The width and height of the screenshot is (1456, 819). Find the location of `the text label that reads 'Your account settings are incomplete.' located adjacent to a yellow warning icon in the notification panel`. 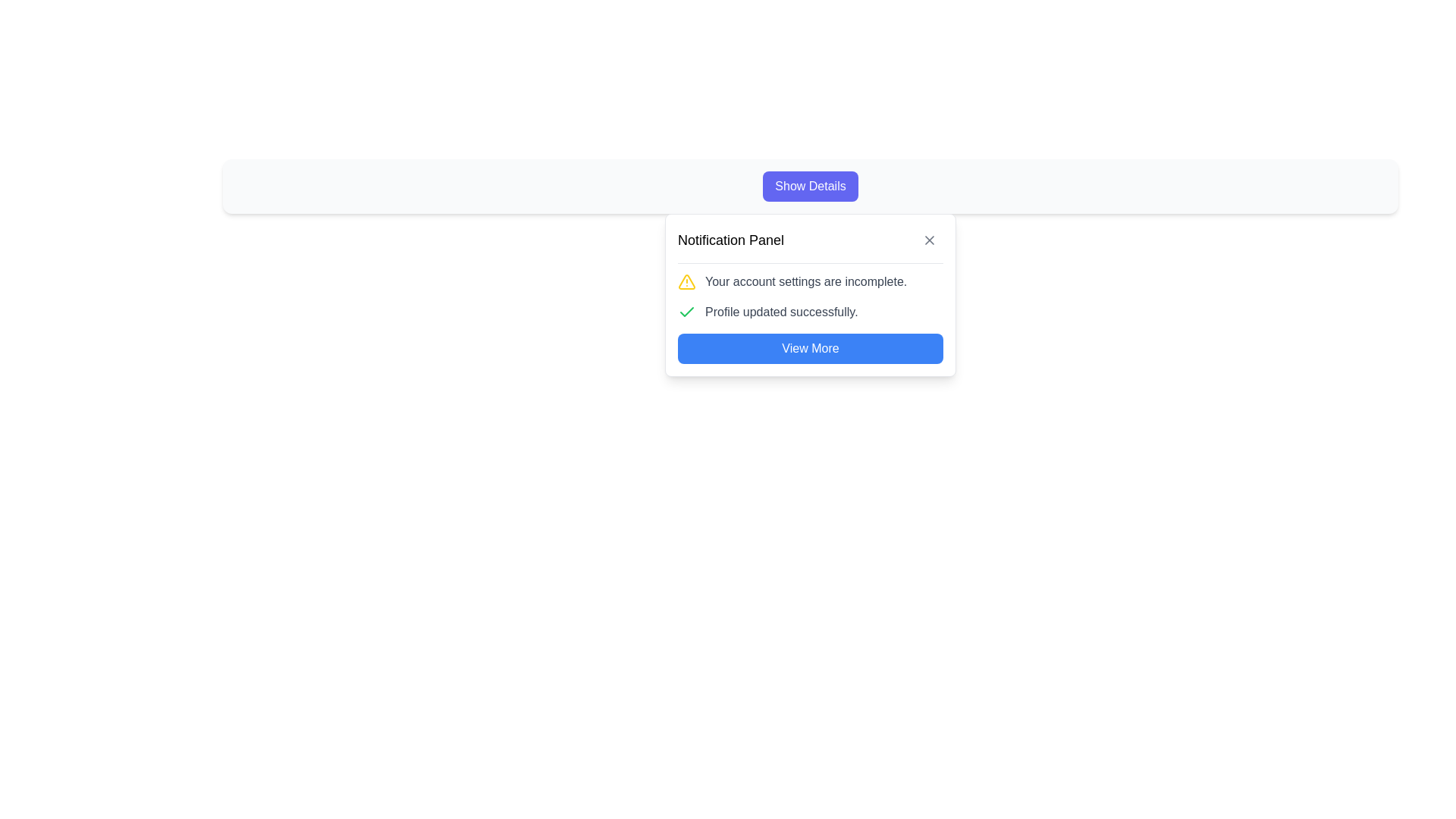

the text label that reads 'Your account settings are incomplete.' located adjacent to a yellow warning icon in the notification panel is located at coordinates (805, 281).